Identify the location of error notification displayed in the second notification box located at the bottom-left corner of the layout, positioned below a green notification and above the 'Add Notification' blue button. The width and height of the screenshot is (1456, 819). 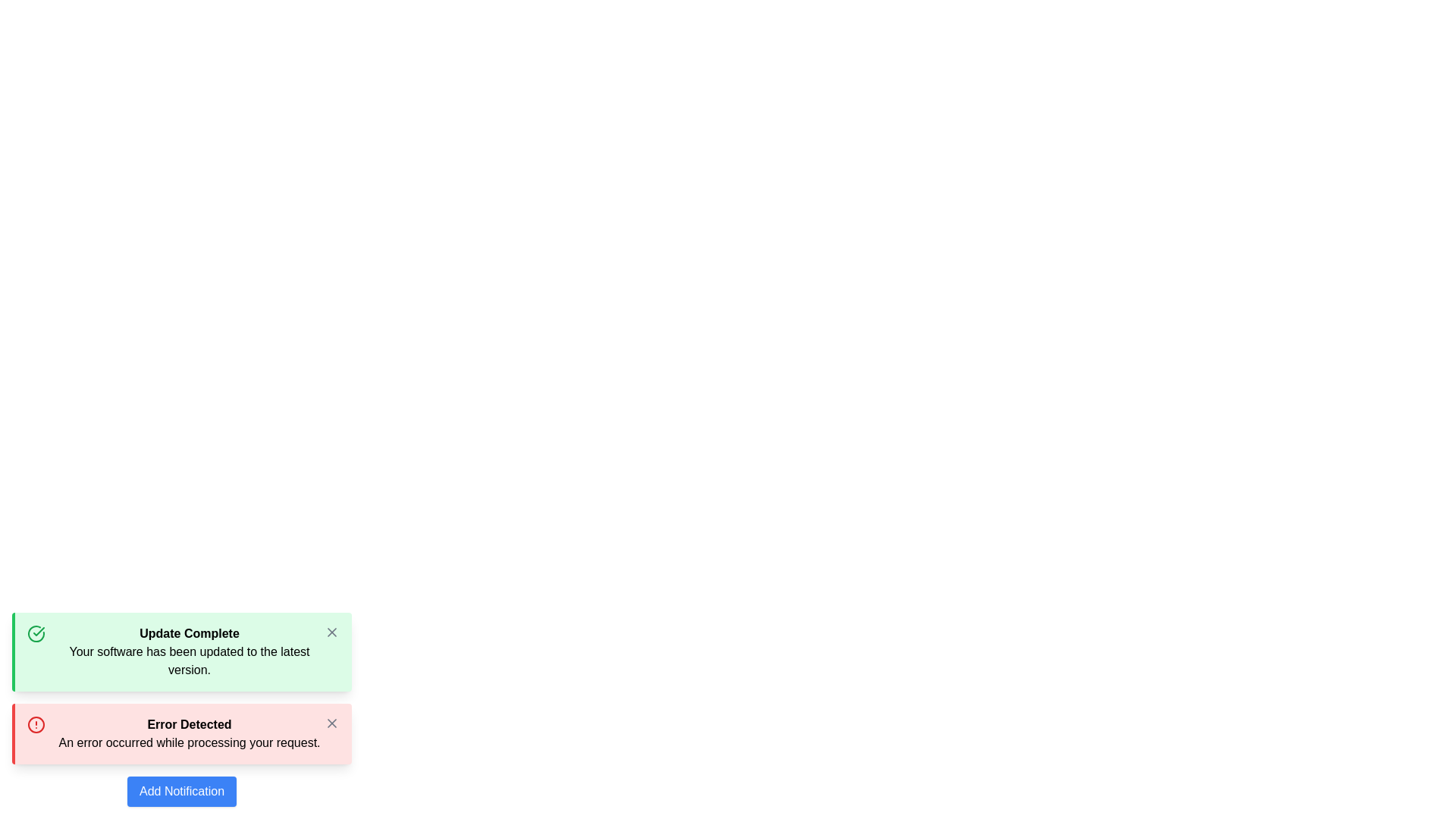
(182, 733).